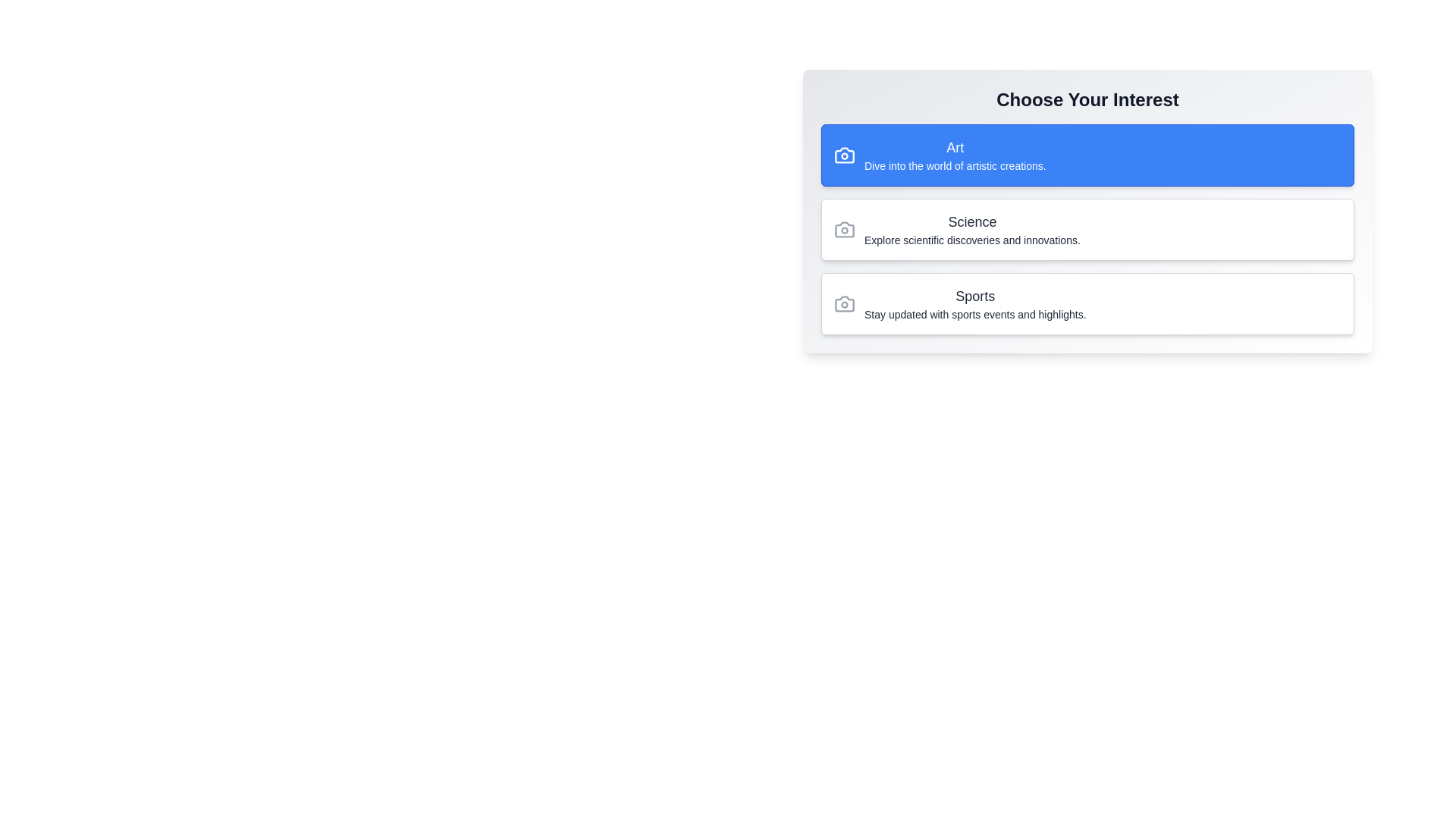 This screenshot has height=819, width=1456. Describe the element at coordinates (954, 148) in the screenshot. I see `the text label that serves as the title for the first selectable option in the list, which indicates the category 'Art'` at that location.